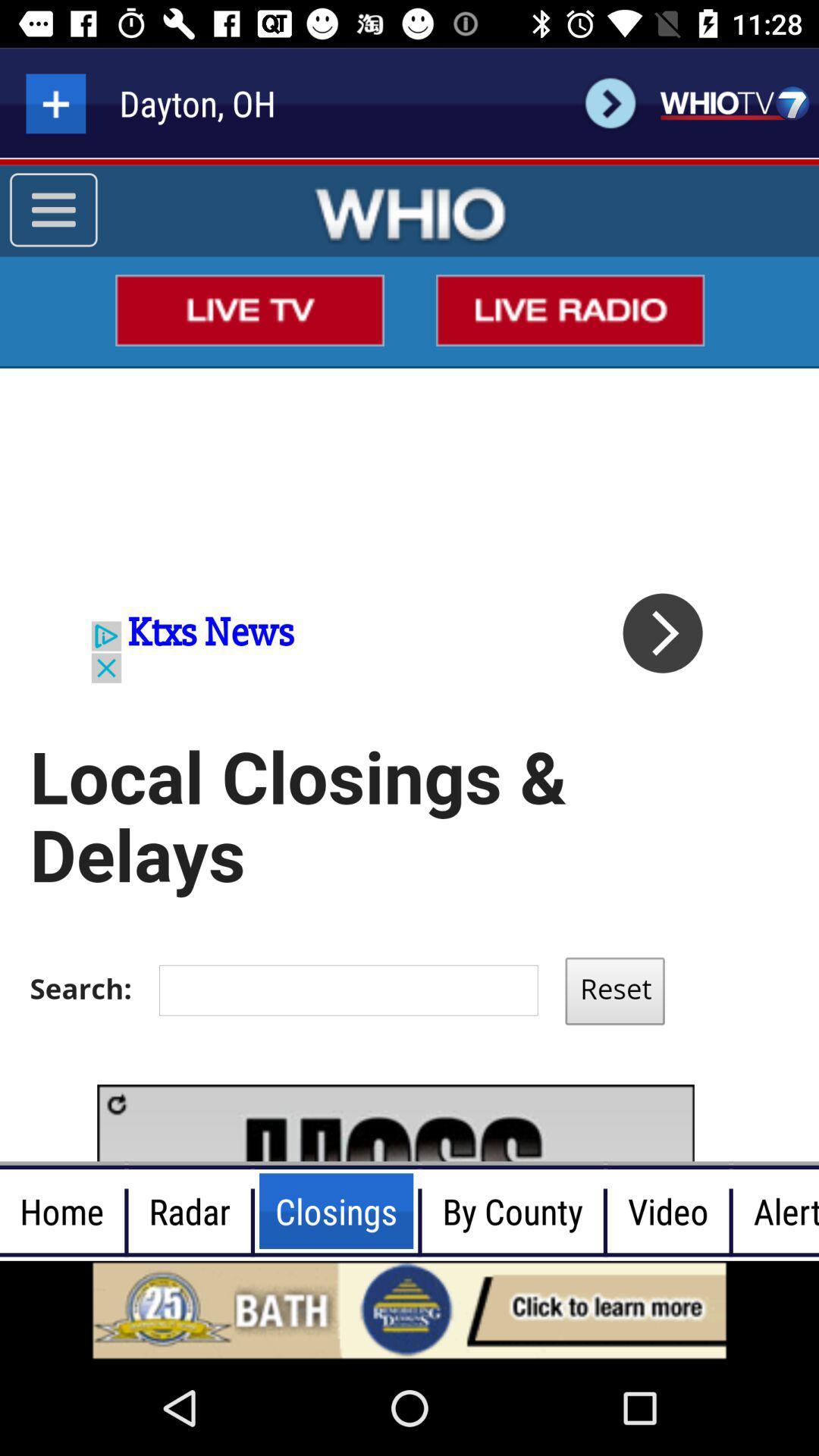 The image size is (819, 1456). What do you see at coordinates (409, 1310) in the screenshot?
I see `banner` at bounding box center [409, 1310].